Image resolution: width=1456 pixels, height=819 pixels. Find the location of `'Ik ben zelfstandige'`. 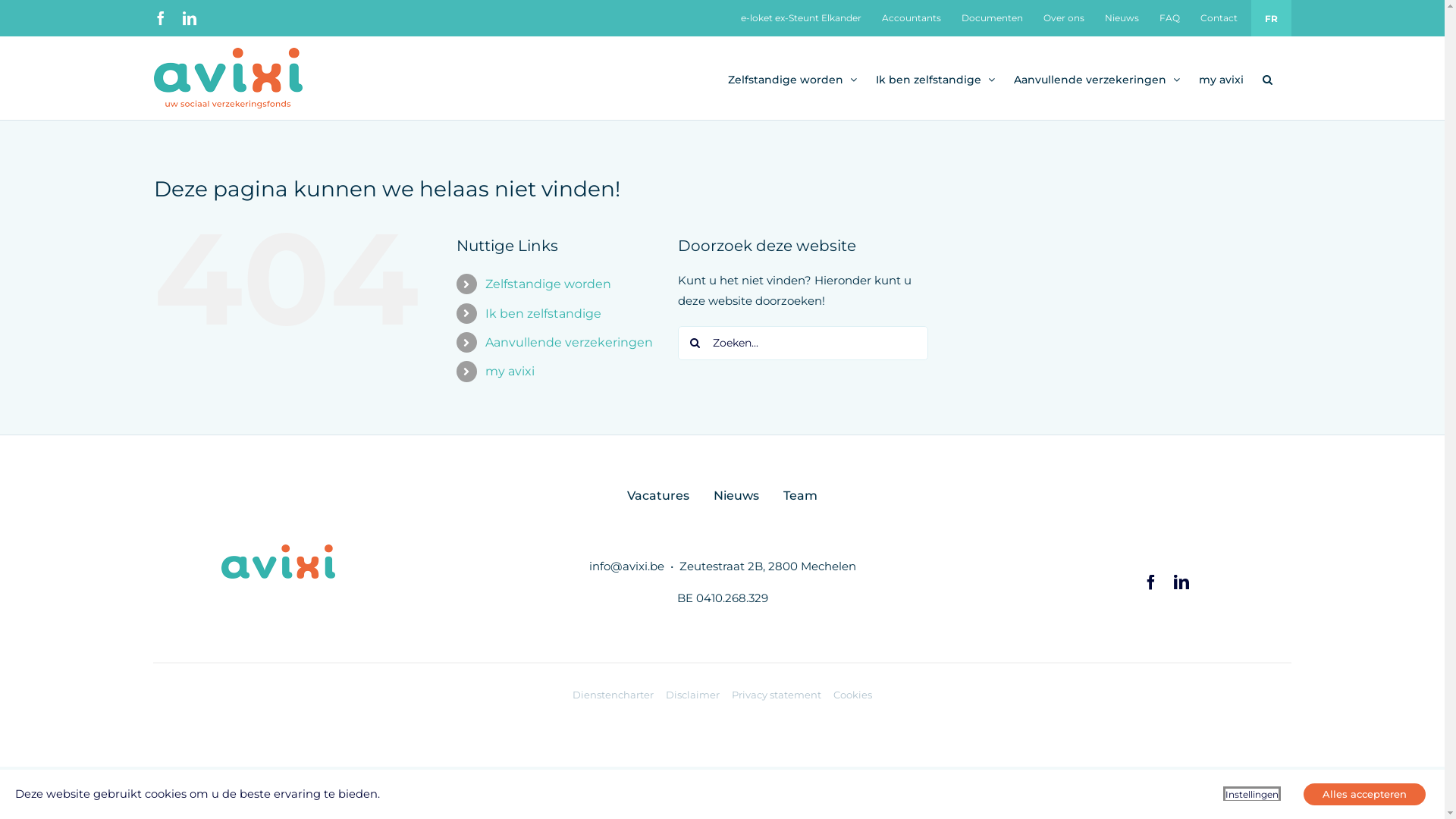

'Ik ben zelfstandige' is located at coordinates (934, 78).